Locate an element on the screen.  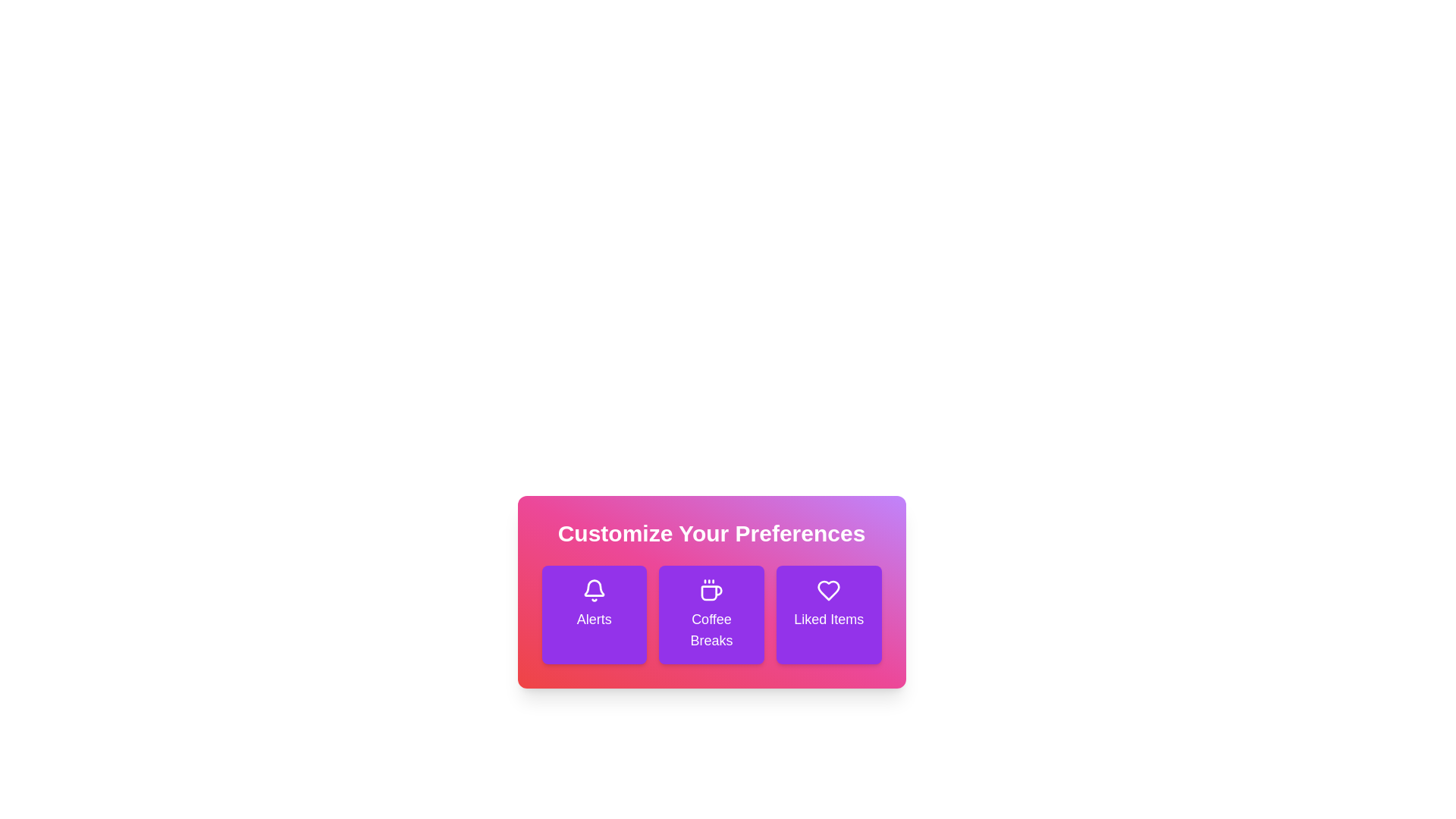
the text header 'Customize Your Preferences' which is styled in bold, large font and is centrally aligned on a gradient background is located at coordinates (711, 533).